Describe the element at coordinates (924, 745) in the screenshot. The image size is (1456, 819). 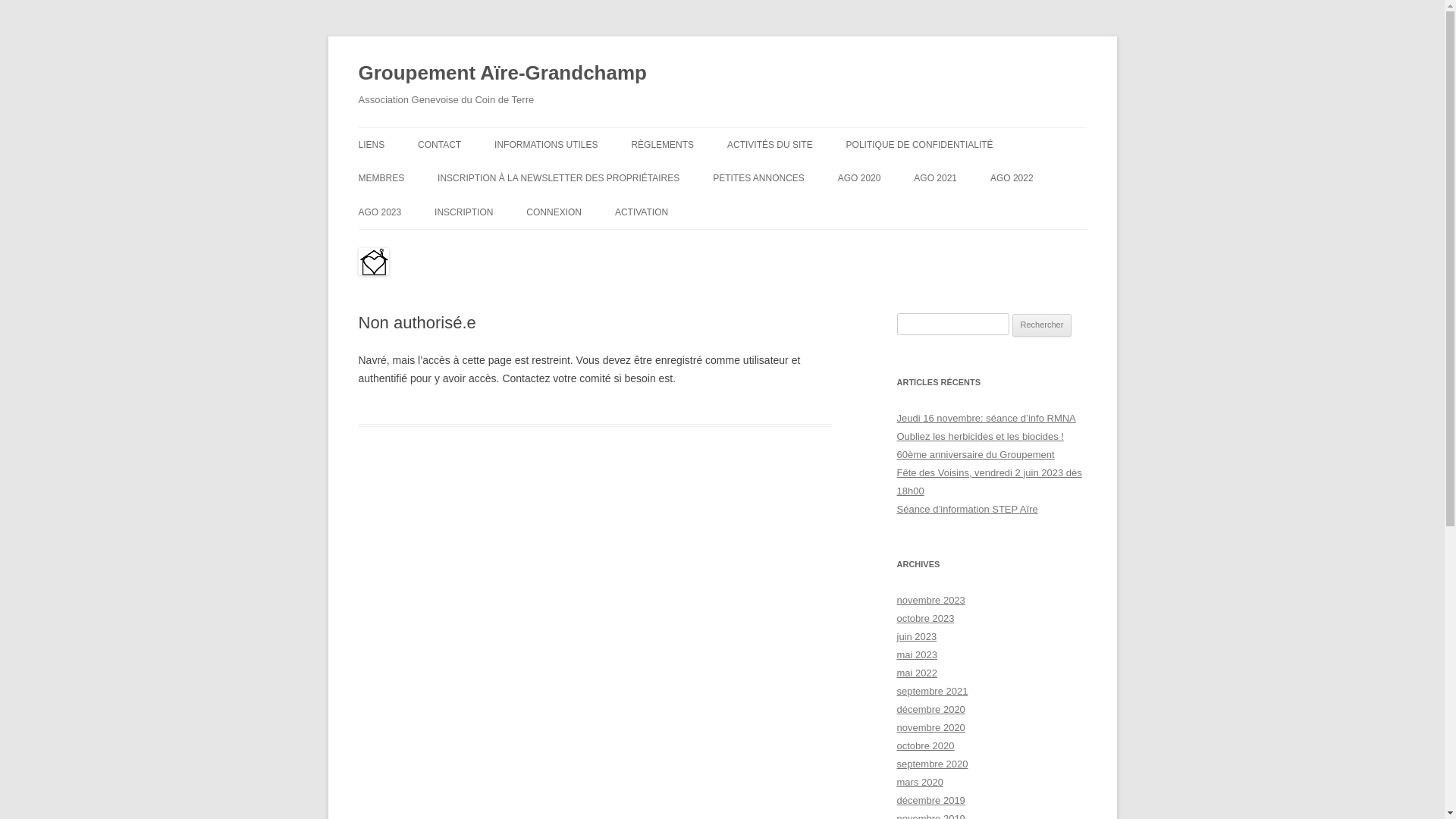
I see `'octobre 2020'` at that location.